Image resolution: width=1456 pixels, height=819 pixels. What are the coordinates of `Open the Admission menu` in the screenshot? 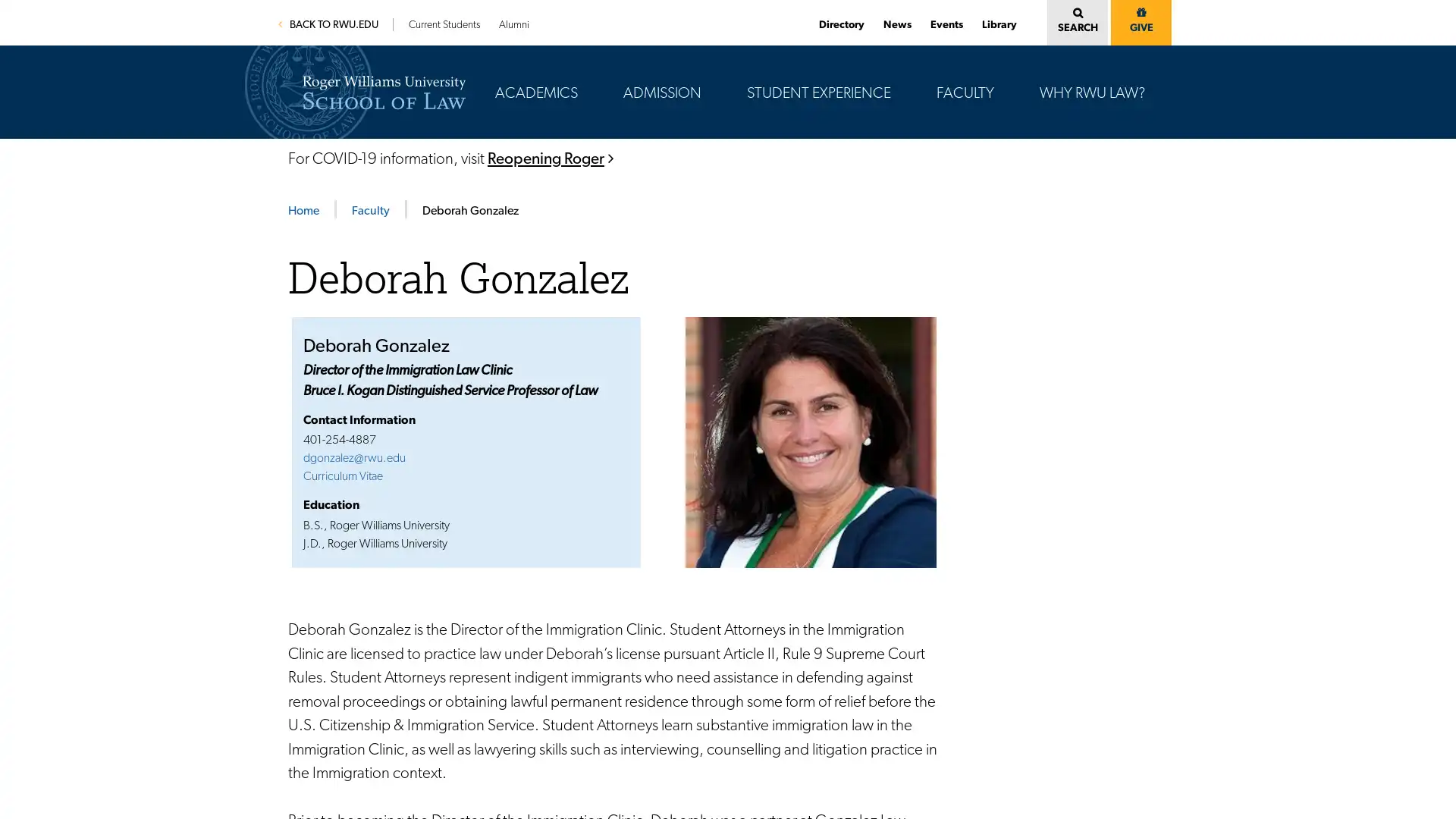 It's located at (706, 48).